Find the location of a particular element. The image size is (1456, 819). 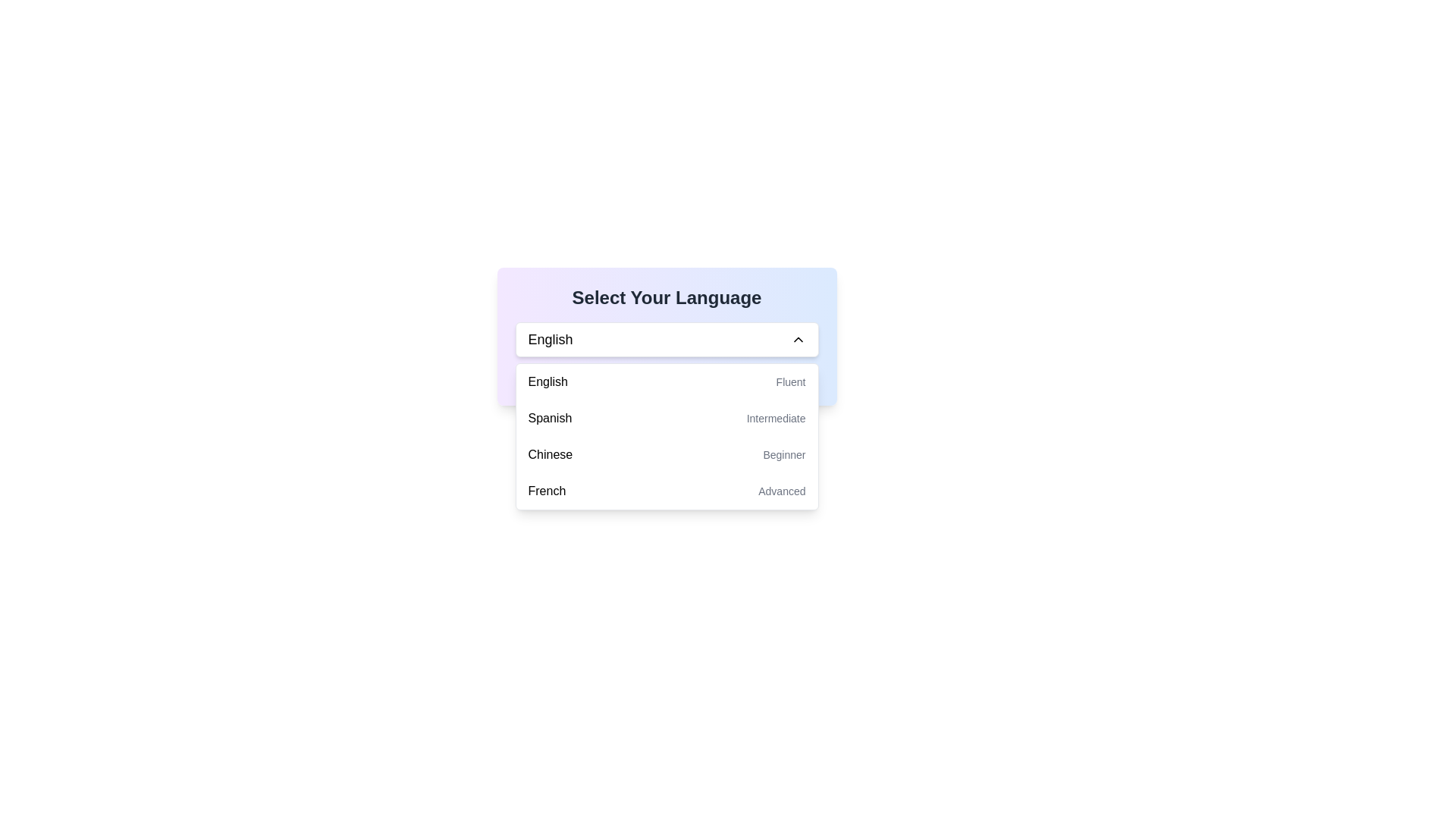

the 'Spanish' ListItem element in the dropdown menu under 'Select Your Language' is located at coordinates (667, 418).